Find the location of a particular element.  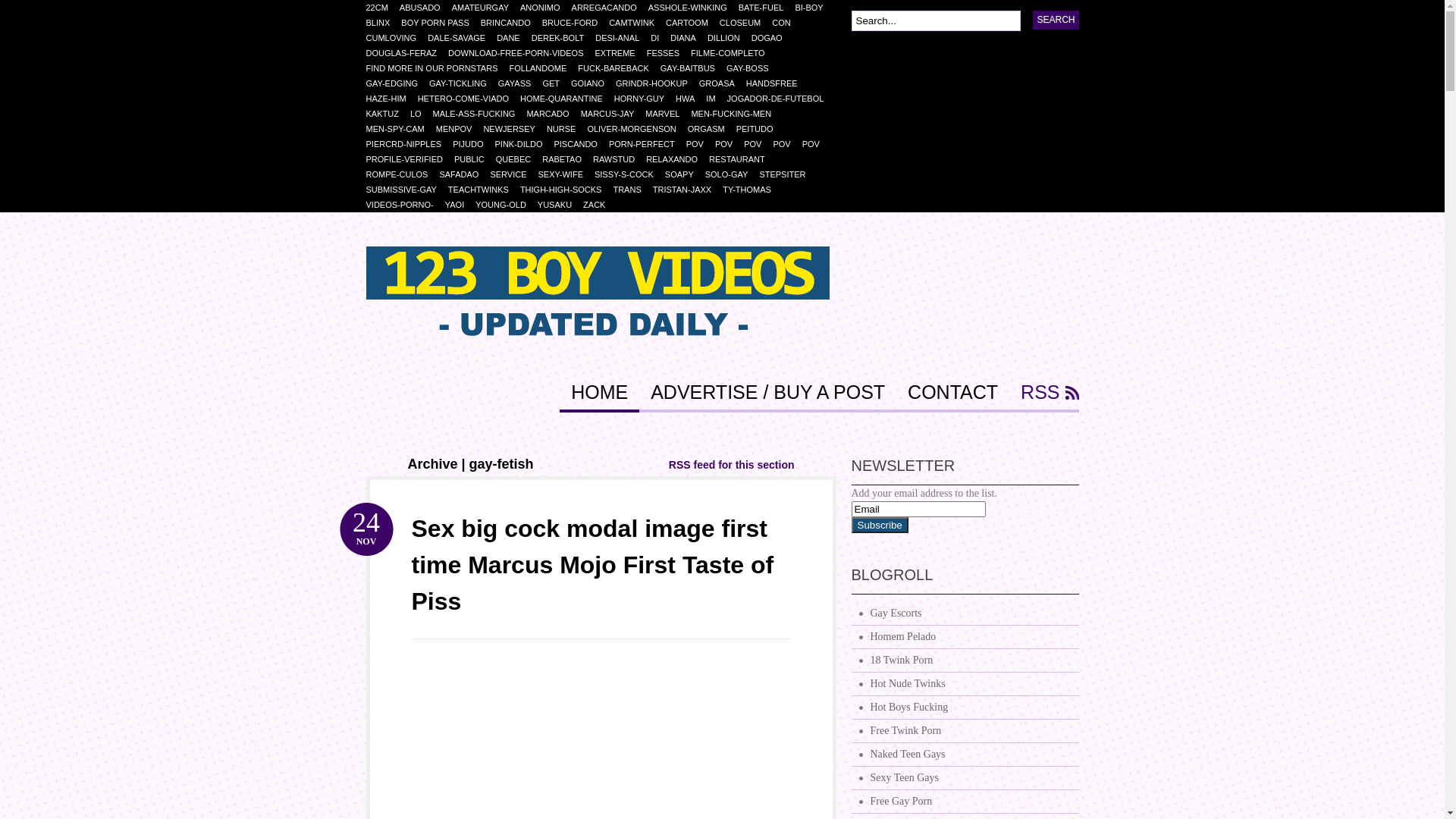

'HOME-QUARANTINE' is located at coordinates (566, 99).